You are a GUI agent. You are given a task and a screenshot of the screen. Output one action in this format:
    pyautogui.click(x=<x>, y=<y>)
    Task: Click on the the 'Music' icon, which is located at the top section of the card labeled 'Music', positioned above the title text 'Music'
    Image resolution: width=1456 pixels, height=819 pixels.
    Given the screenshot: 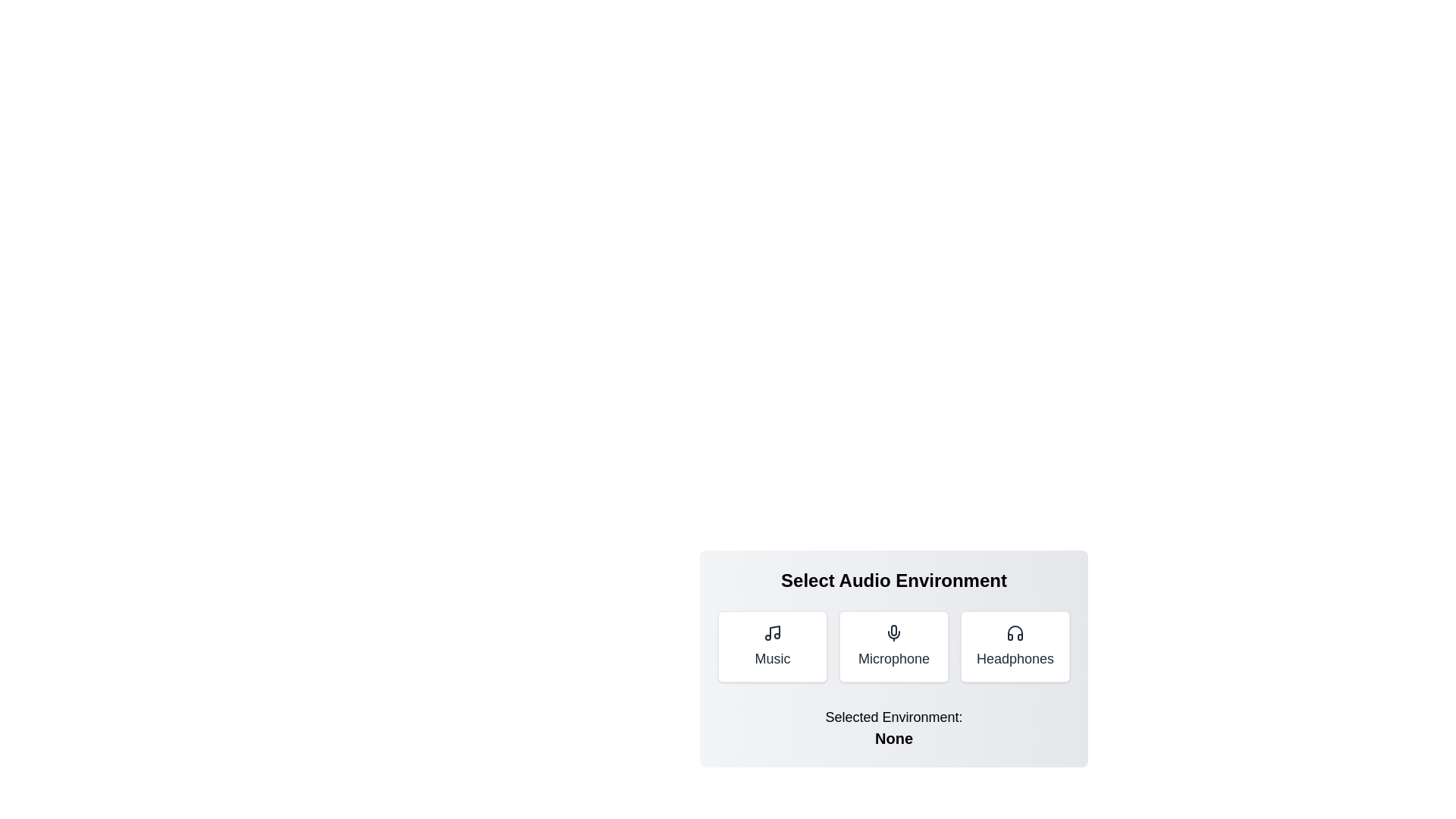 What is the action you would take?
    pyautogui.click(x=772, y=632)
    